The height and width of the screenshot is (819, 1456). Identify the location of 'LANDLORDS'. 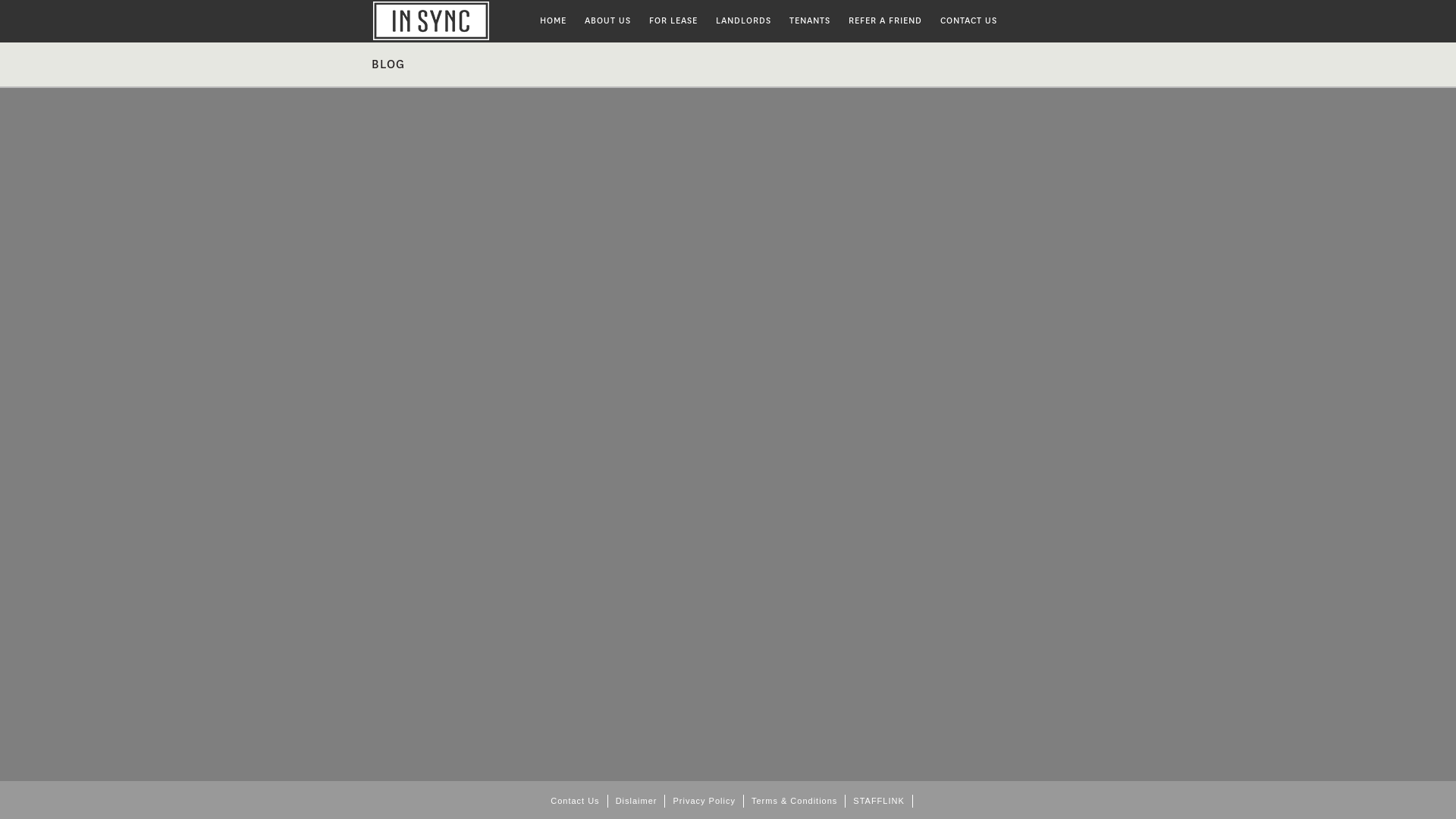
(743, 20).